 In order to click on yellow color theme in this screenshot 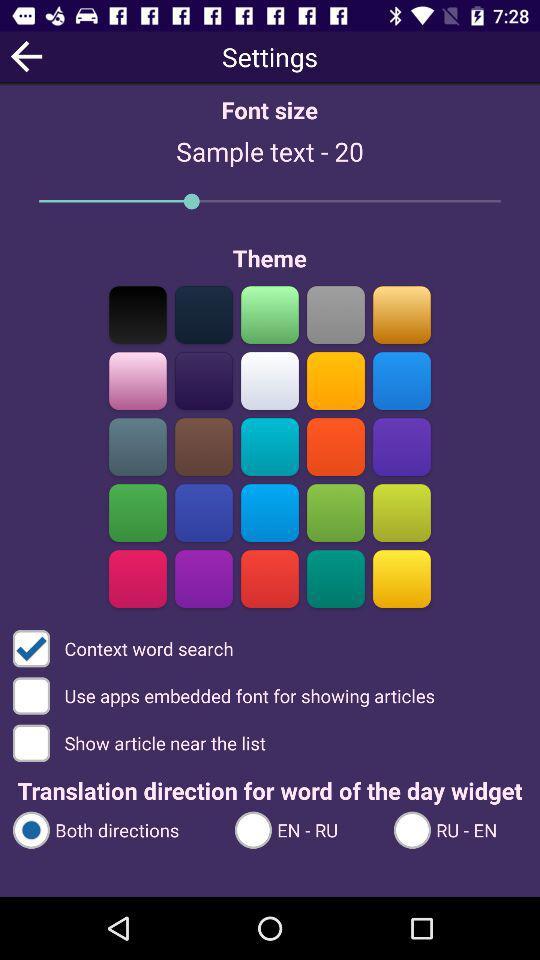, I will do `click(401, 578)`.